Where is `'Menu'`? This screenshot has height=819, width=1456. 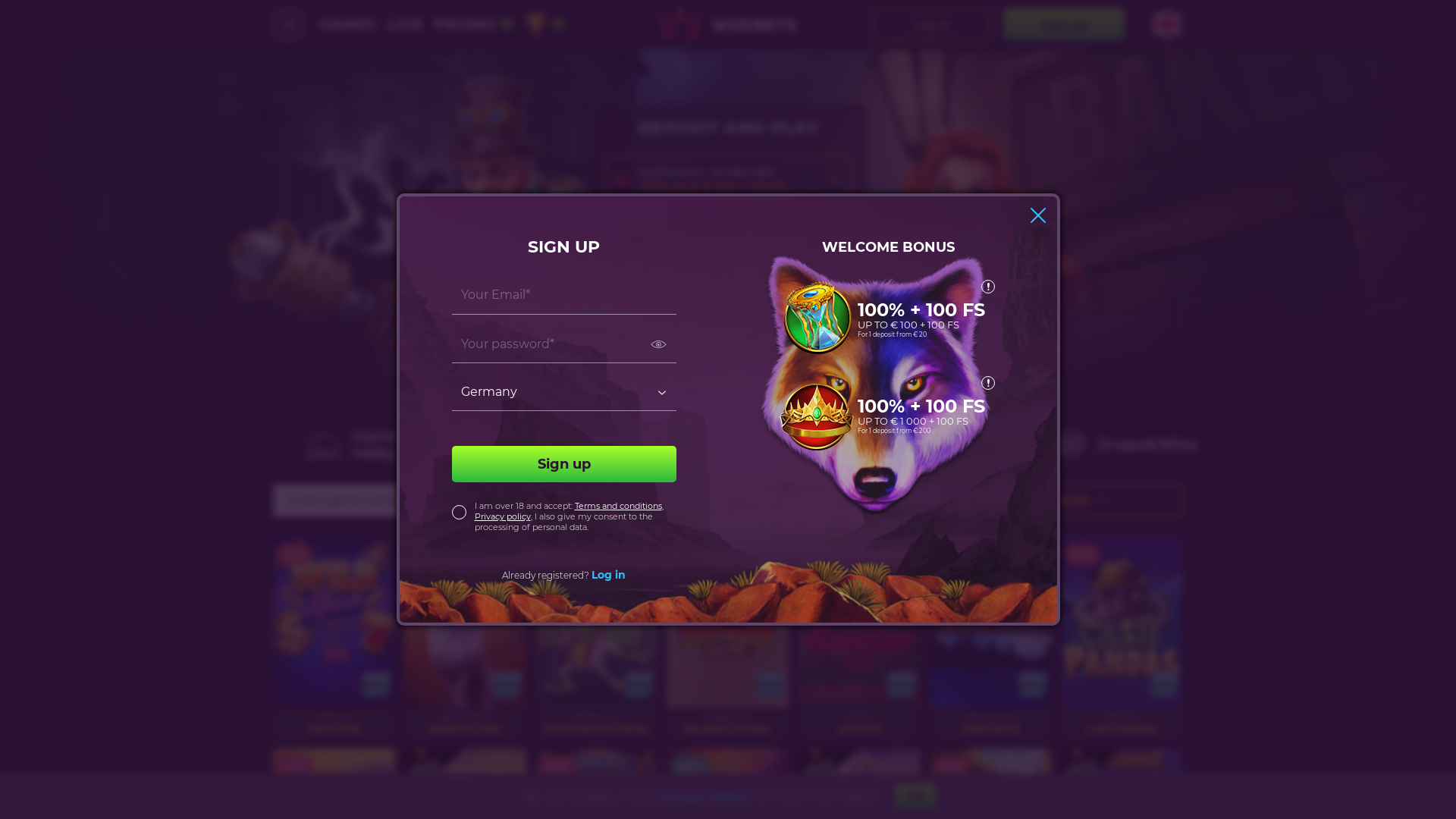 'Menu' is located at coordinates (288, 24).